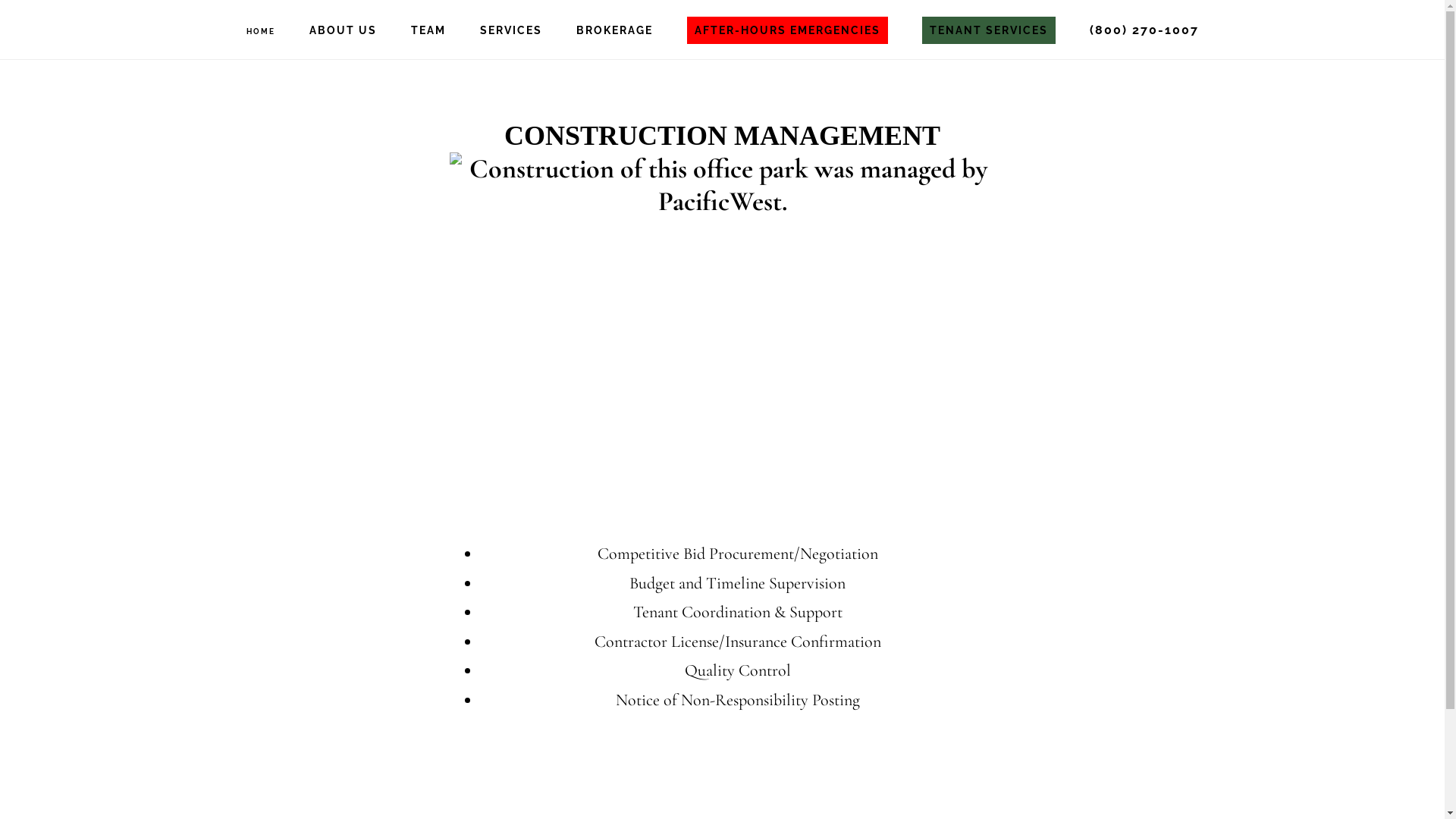 This screenshot has height=819, width=1456. Describe the element at coordinates (428, 30) in the screenshot. I see `'TEAM'` at that location.